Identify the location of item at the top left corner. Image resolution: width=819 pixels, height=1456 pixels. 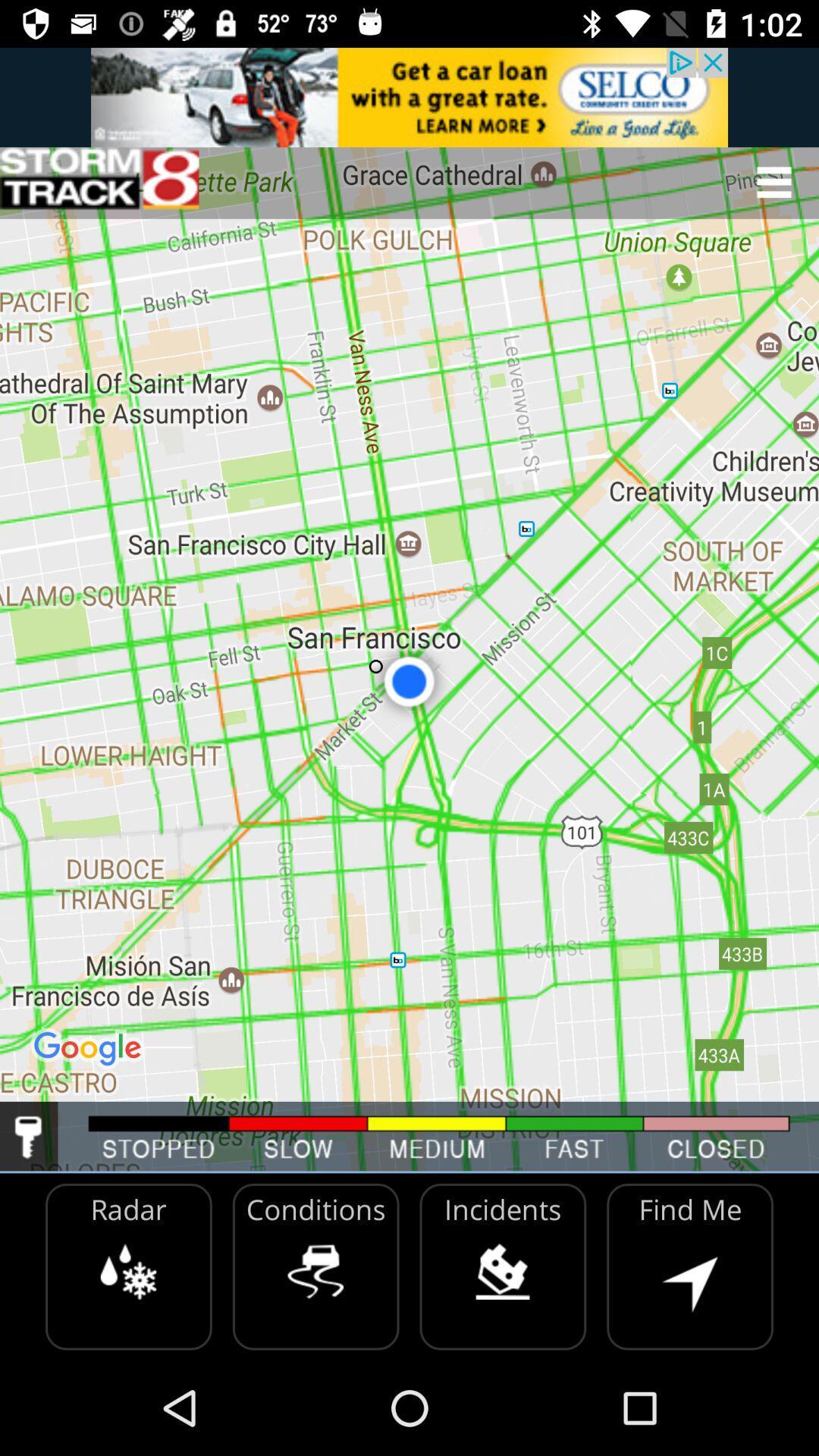
(99, 182).